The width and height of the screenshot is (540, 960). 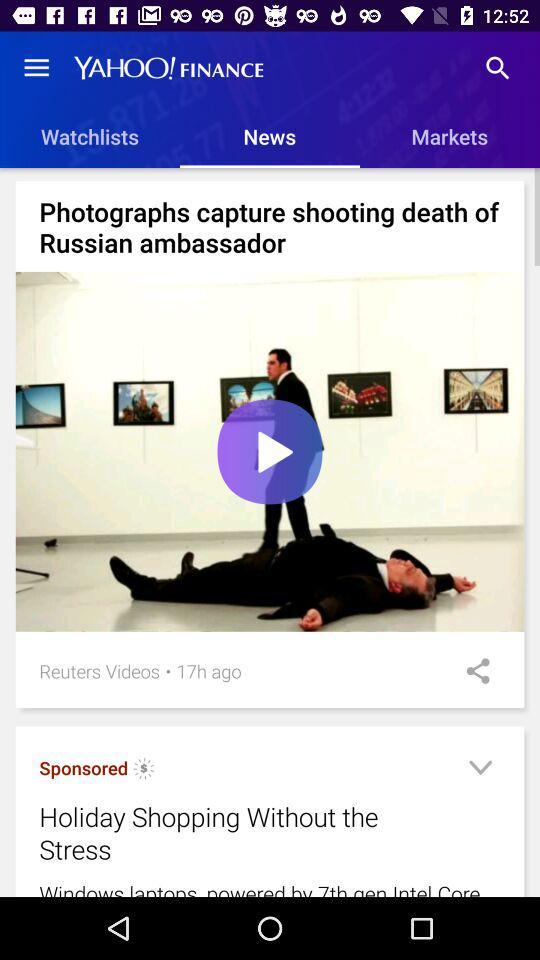 I want to click on the item below the photographs capture shooting, so click(x=270, y=451).